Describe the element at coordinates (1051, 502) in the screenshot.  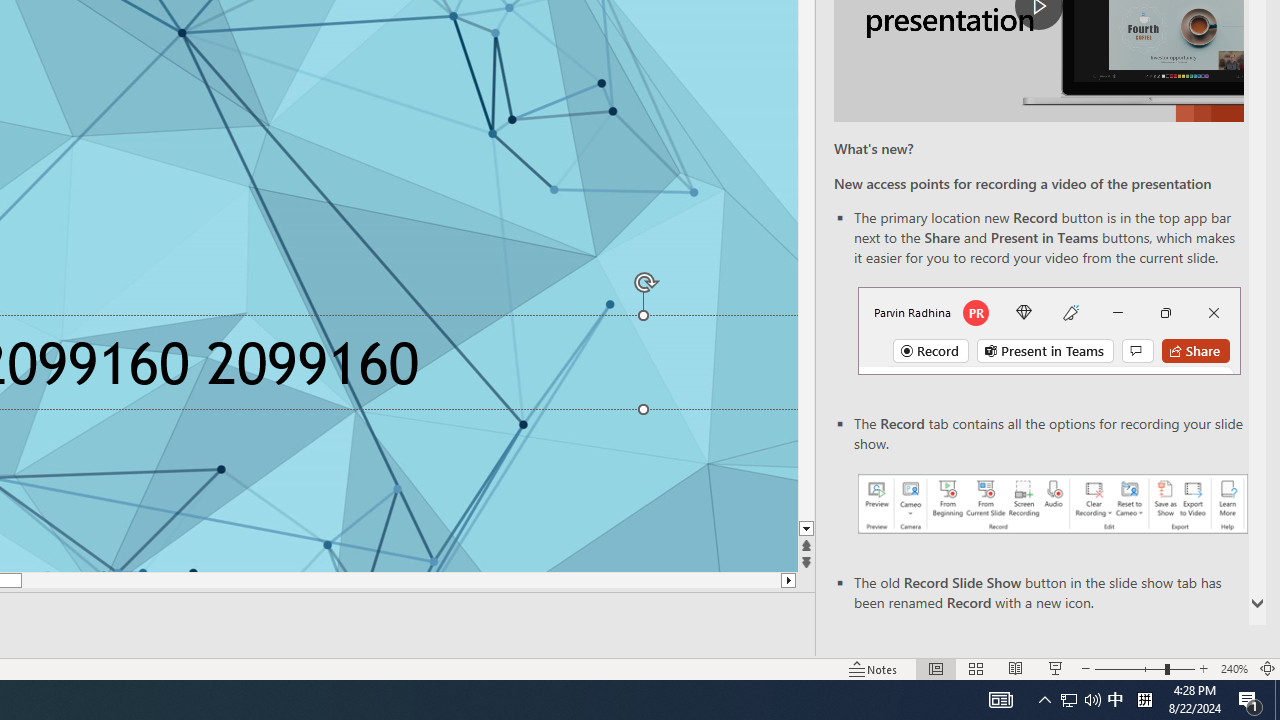
I see `'Record your presentations screenshot one'` at that location.